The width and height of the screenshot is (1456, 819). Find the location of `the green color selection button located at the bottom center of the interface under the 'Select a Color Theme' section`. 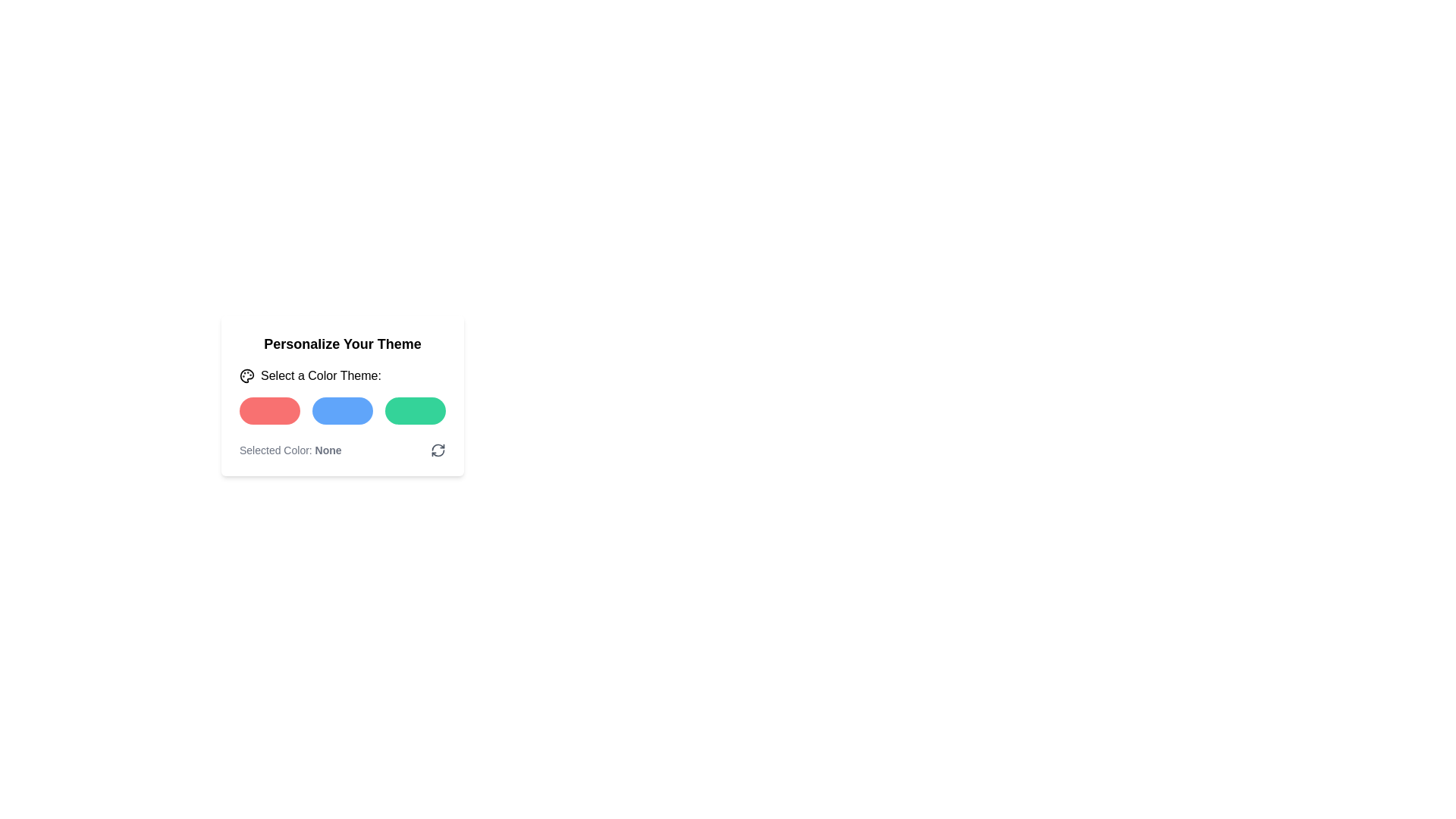

the green color selection button located at the bottom center of the interface under the 'Select a Color Theme' section is located at coordinates (415, 411).